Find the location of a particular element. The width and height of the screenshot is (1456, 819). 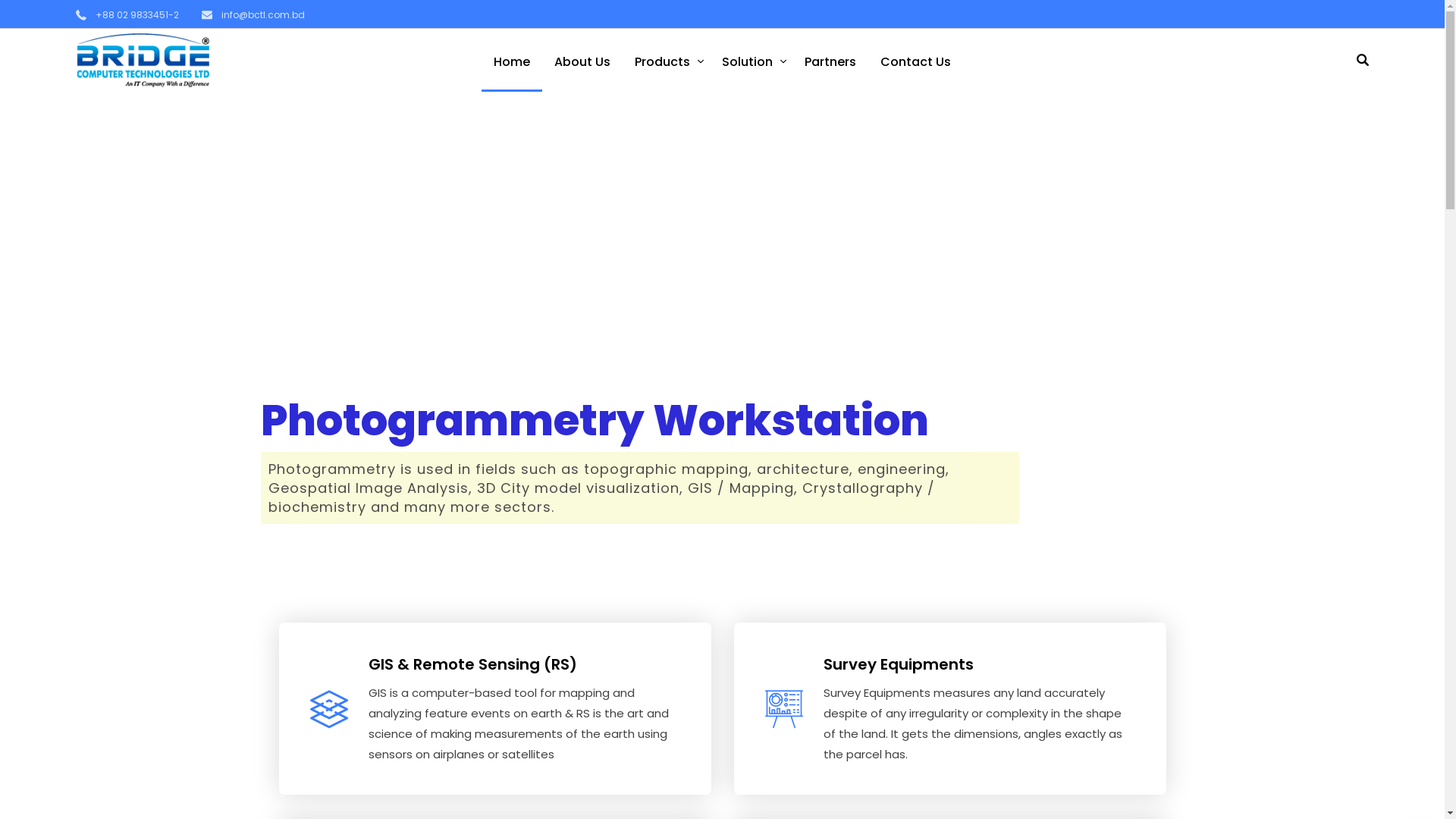

'info@bctl.com.bd' is located at coordinates (253, 14).